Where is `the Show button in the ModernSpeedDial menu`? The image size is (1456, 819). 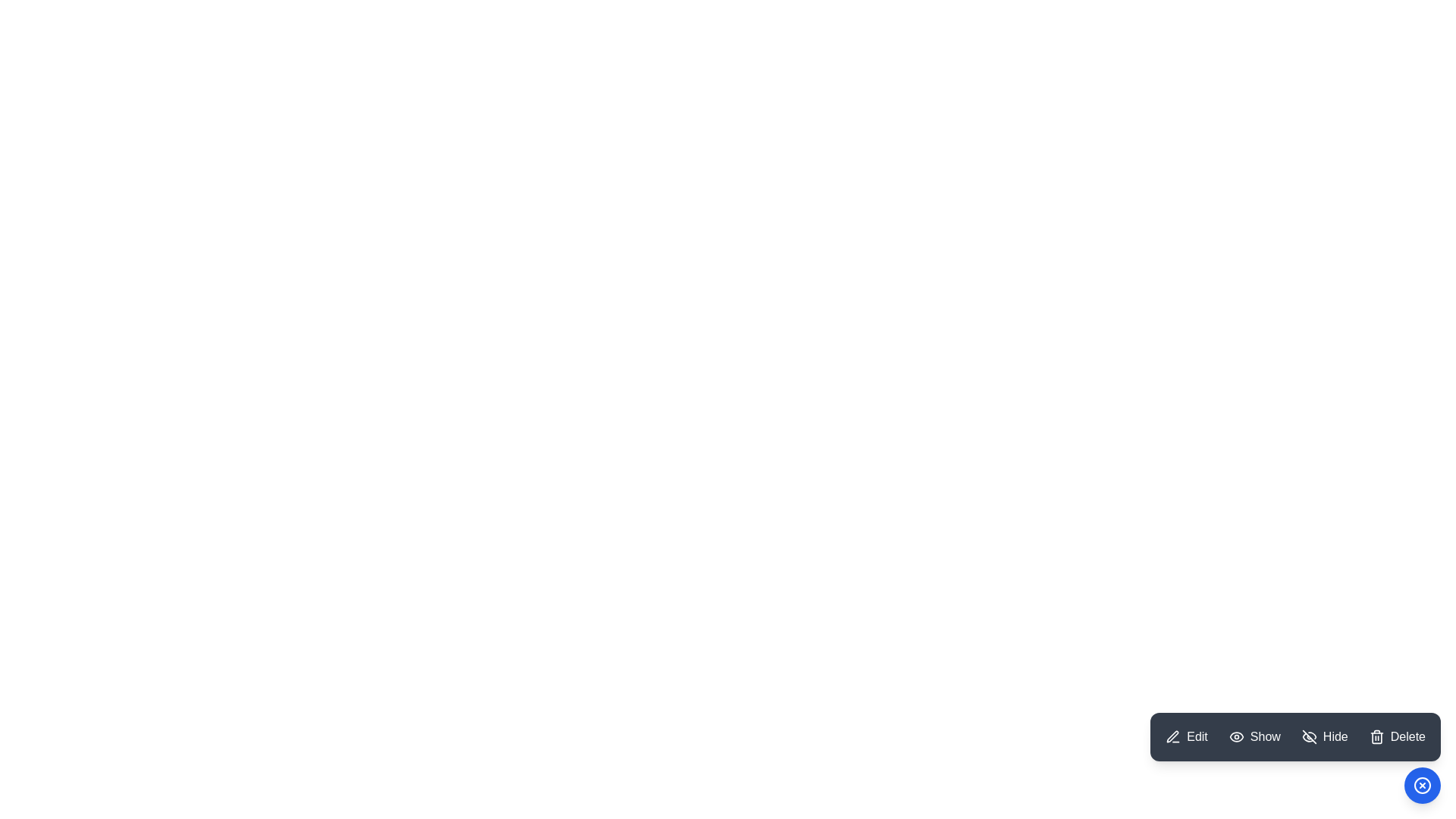 the Show button in the ModernSpeedDial menu is located at coordinates (1254, 736).